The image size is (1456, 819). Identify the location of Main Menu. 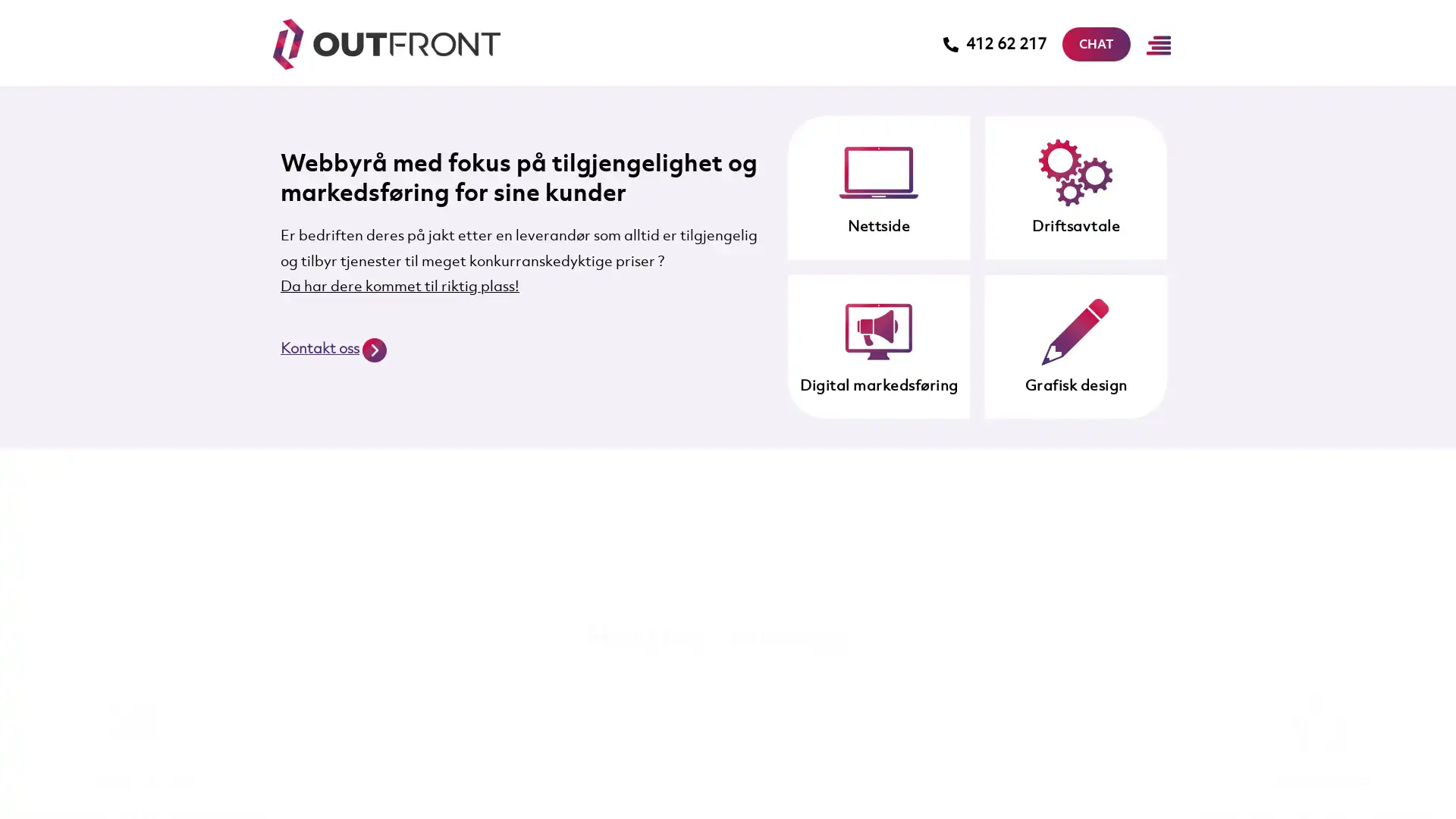
(1163, 50).